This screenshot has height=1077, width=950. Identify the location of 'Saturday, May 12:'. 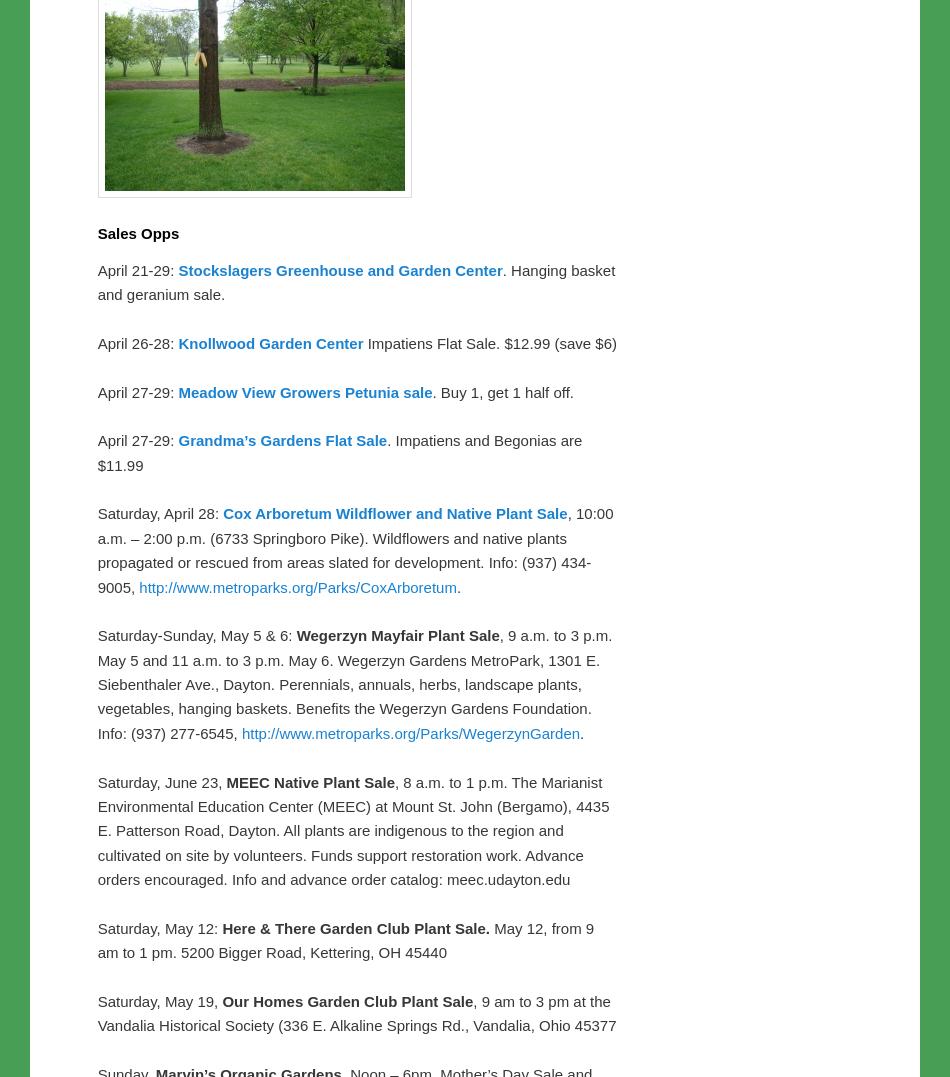
(159, 926).